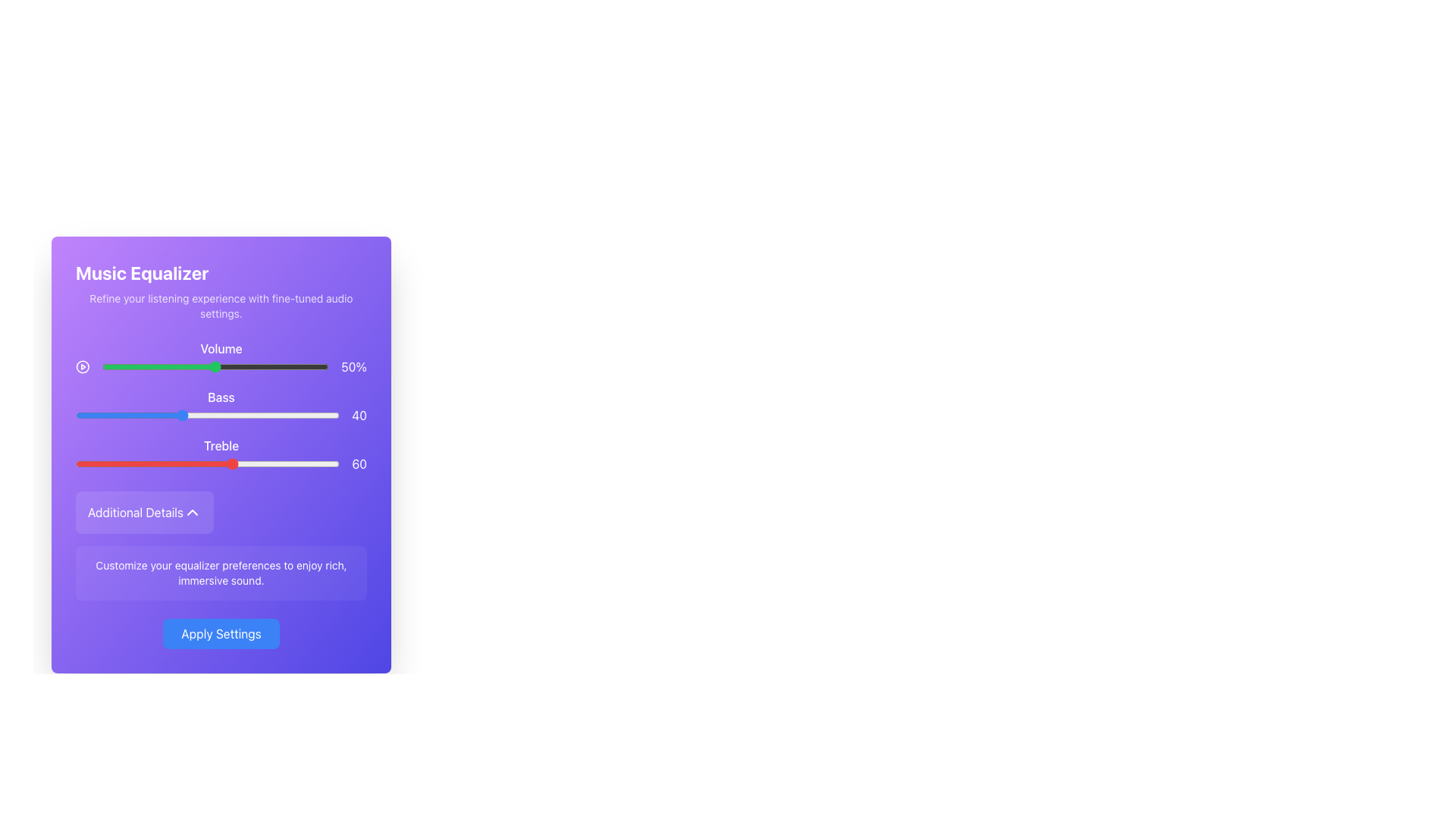 This screenshot has width=1456, height=819. What do you see at coordinates (111, 463) in the screenshot?
I see `the Treble` at bounding box center [111, 463].